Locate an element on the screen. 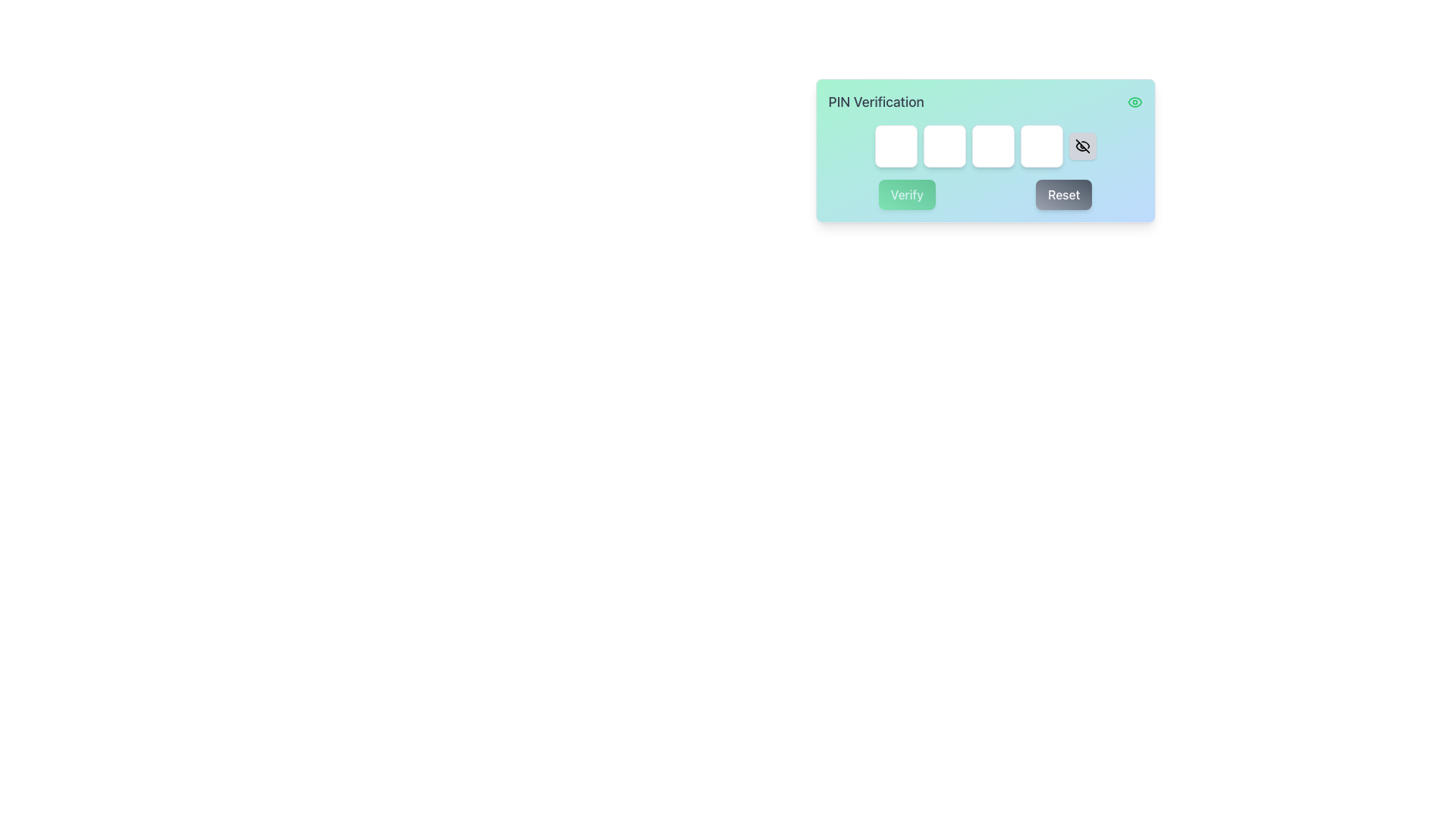 The image size is (1456, 819). the eye-shaped SVG icon used for toggling visibility on the right side of the PIN verification interface is located at coordinates (1134, 102).